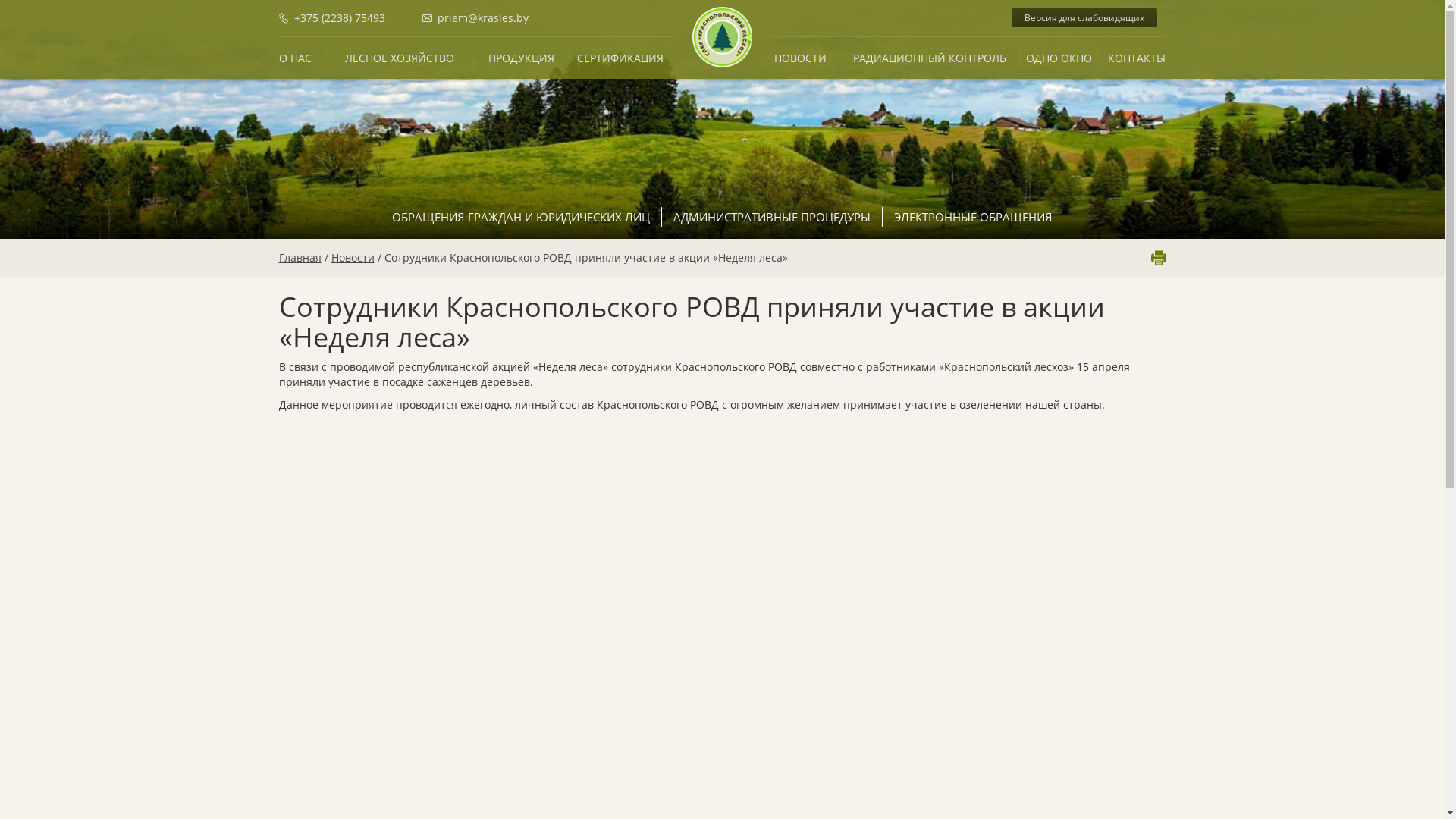 The height and width of the screenshot is (819, 1456). Describe the element at coordinates (473, 17) in the screenshot. I see `'priem@krasles.by'` at that location.